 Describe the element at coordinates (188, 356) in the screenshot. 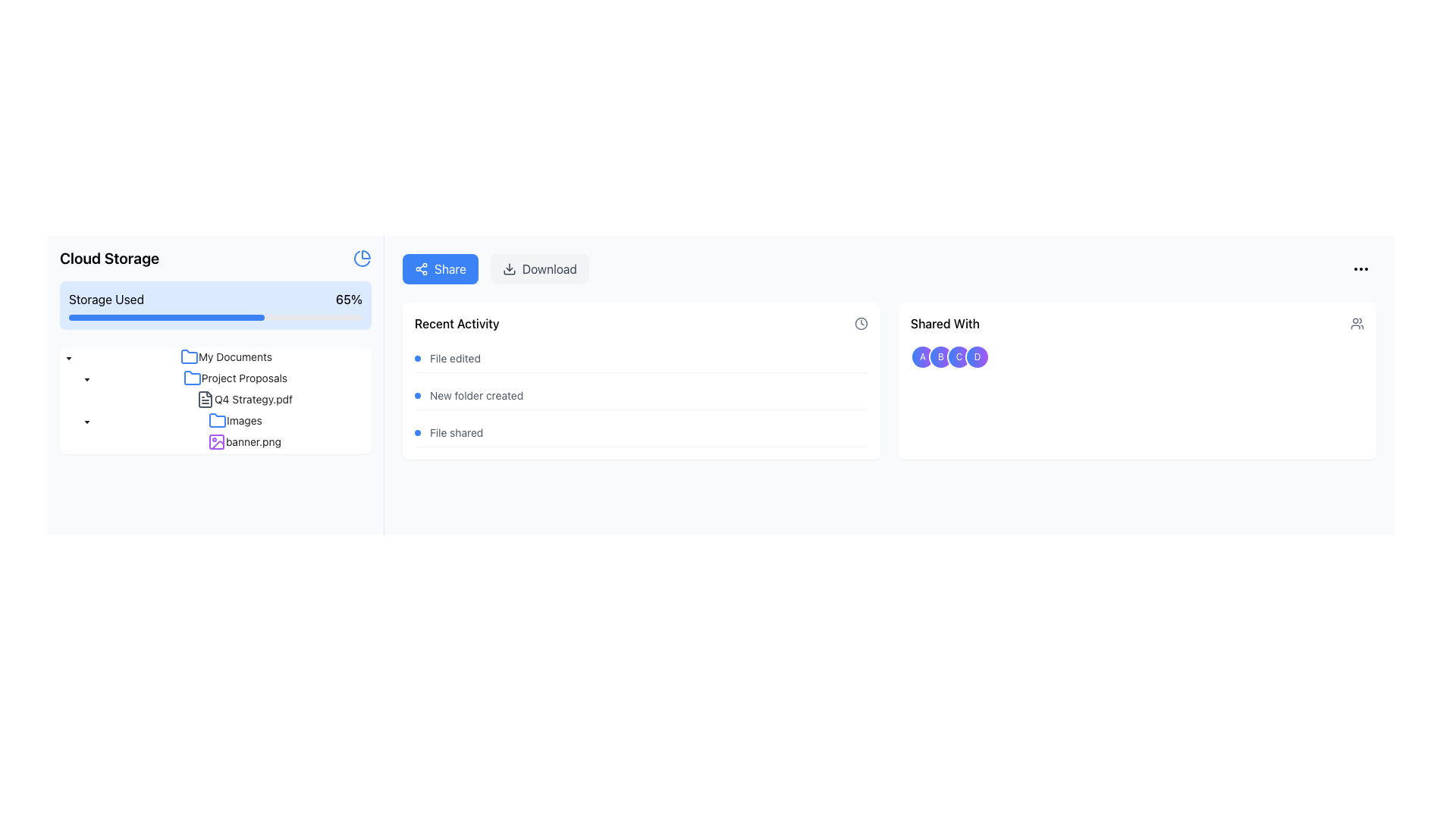

I see `the blue folder icon that represents the 'My Documents' folder` at that location.